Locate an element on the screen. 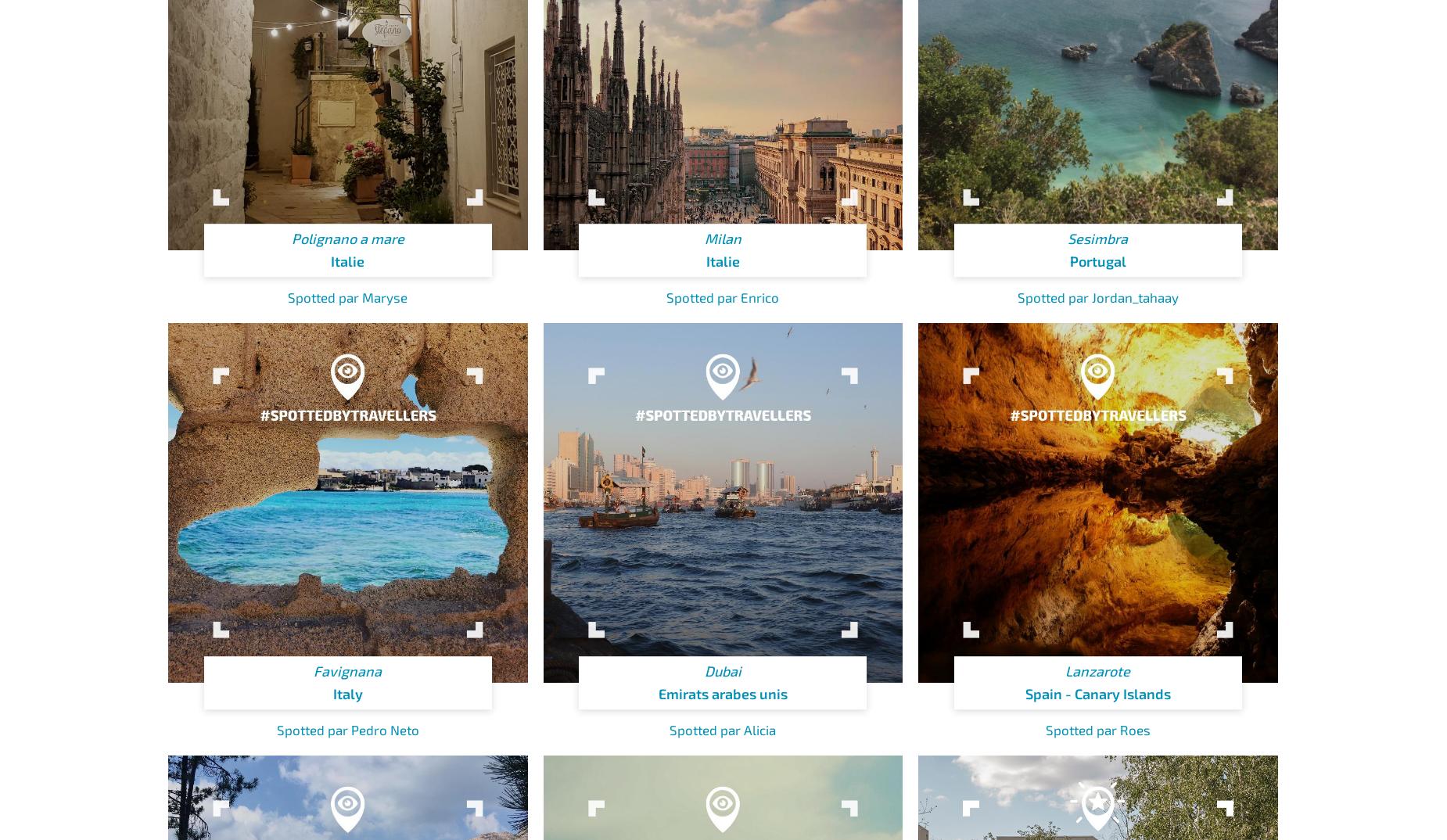 Image resolution: width=1447 pixels, height=840 pixels. 'Portugal' is located at coordinates (1097, 260).